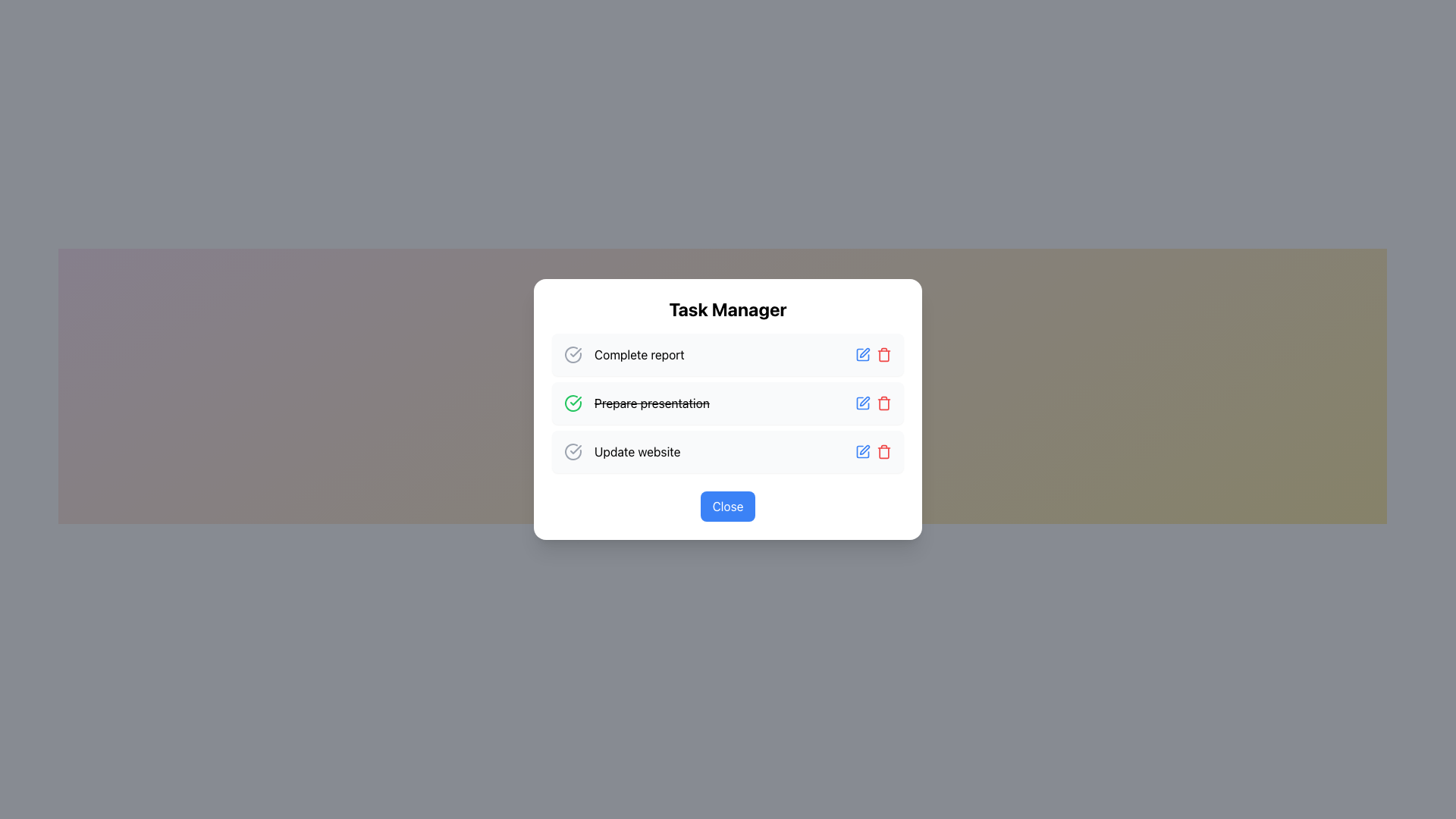 The image size is (1456, 819). Describe the element at coordinates (874, 403) in the screenshot. I see `the edit button within the composite element for the task 'Prepare presentation'` at that location.